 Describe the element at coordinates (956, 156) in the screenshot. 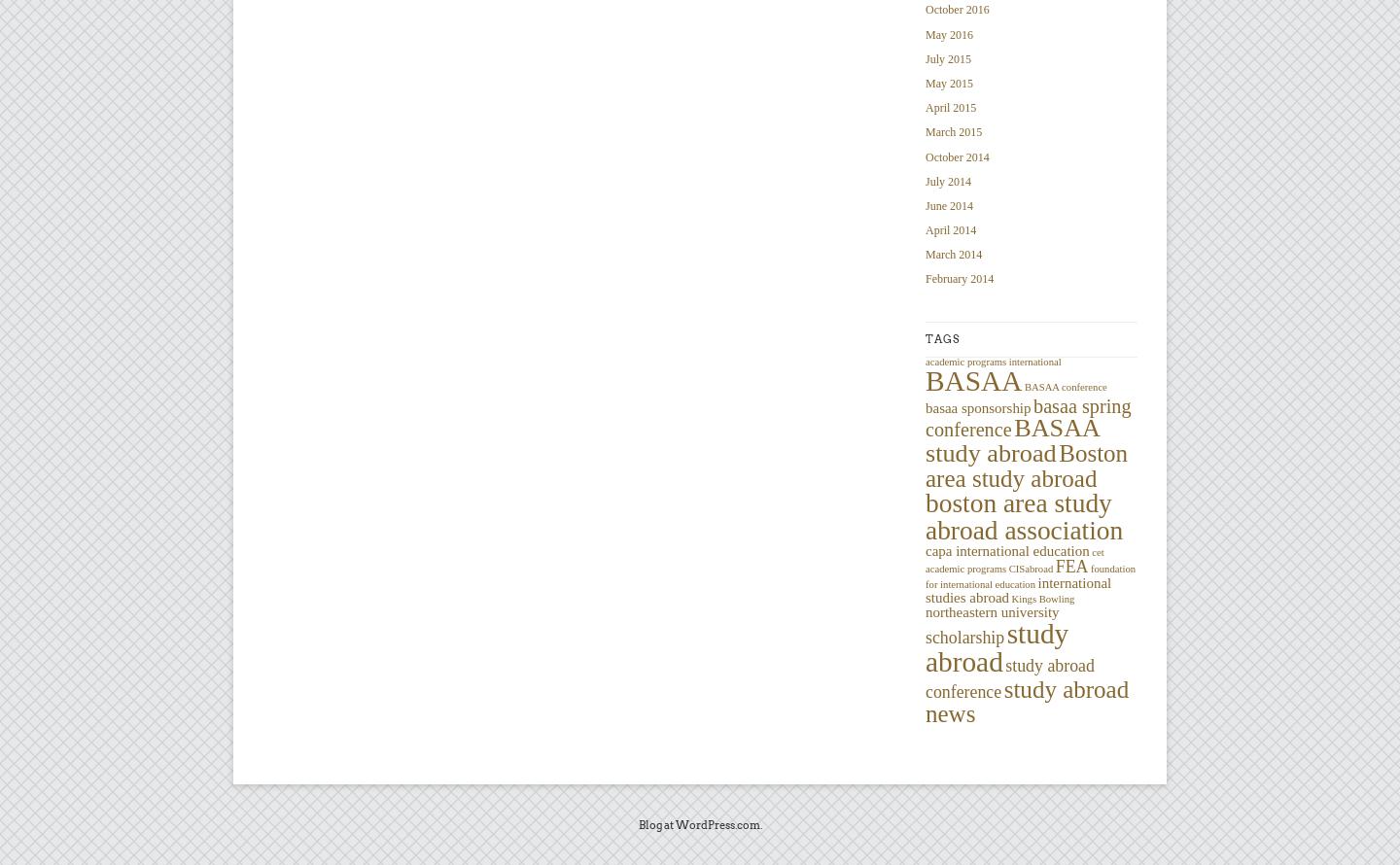

I see `'October 2014'` at that location.